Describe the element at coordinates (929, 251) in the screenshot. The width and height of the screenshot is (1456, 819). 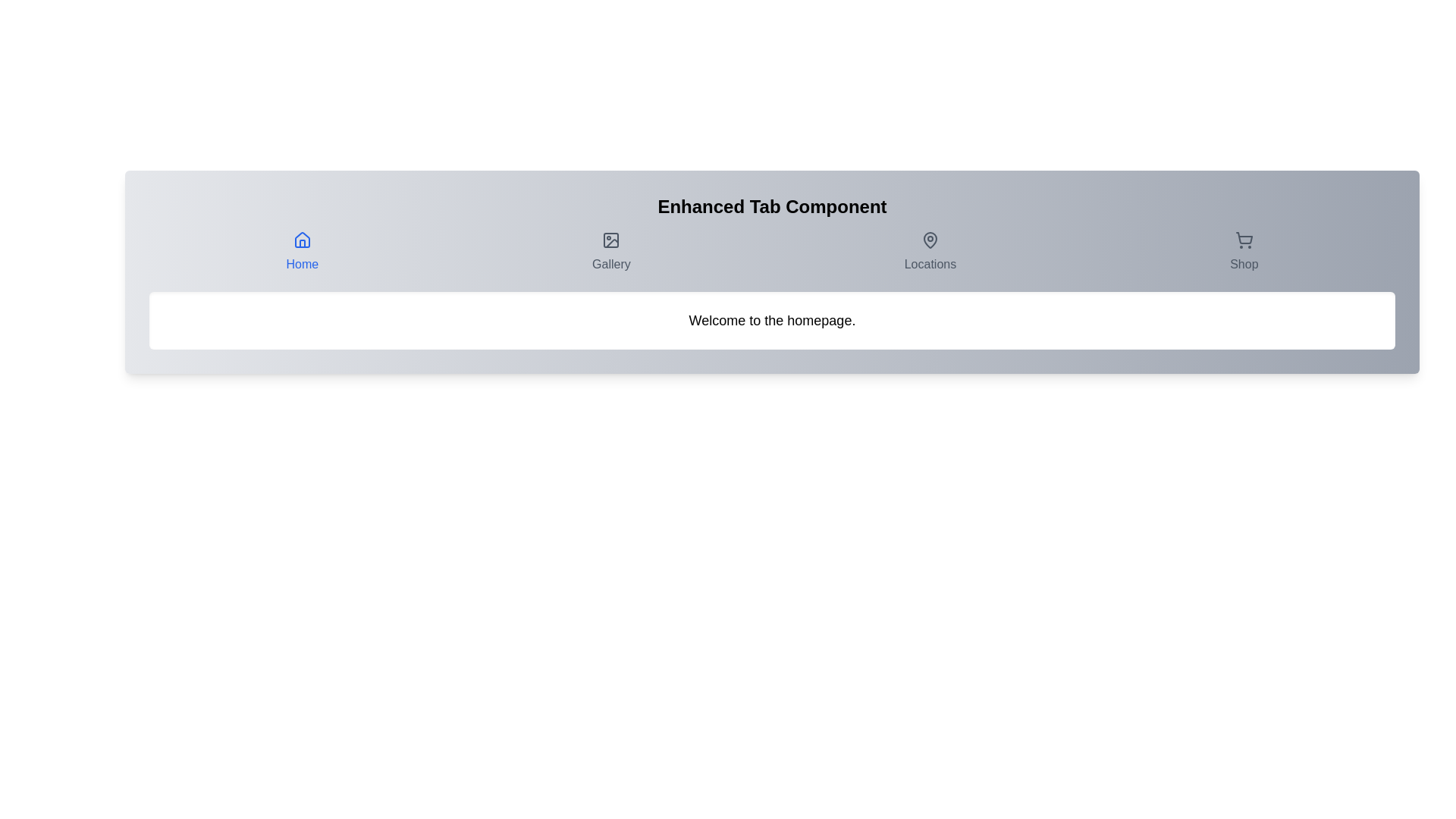
I see `the 'Locations' navigation item, which is the third option in a row of four navigation links` at that location.